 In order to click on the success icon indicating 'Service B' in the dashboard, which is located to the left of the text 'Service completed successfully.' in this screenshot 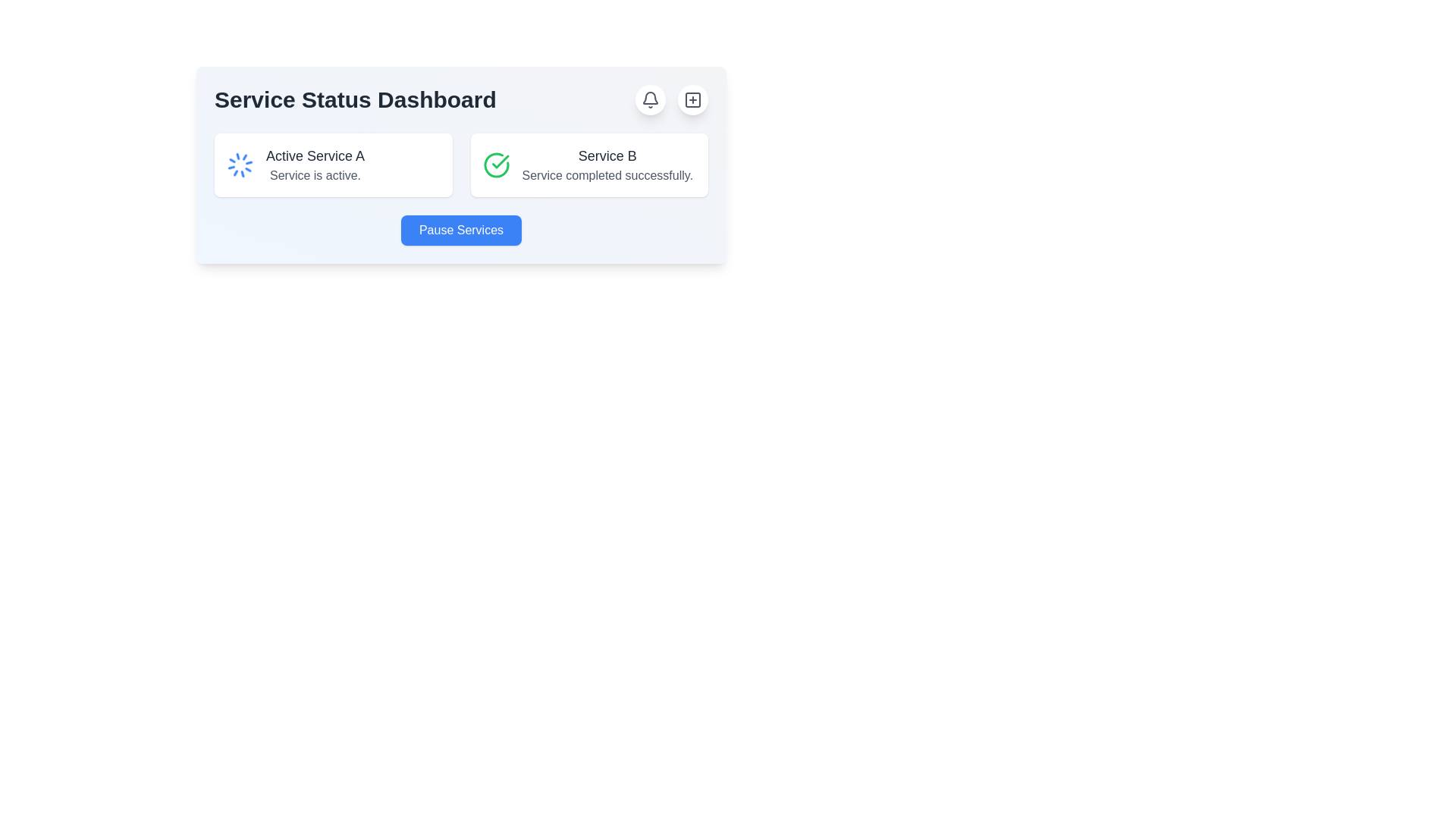, I will do `click(496, 165)`.